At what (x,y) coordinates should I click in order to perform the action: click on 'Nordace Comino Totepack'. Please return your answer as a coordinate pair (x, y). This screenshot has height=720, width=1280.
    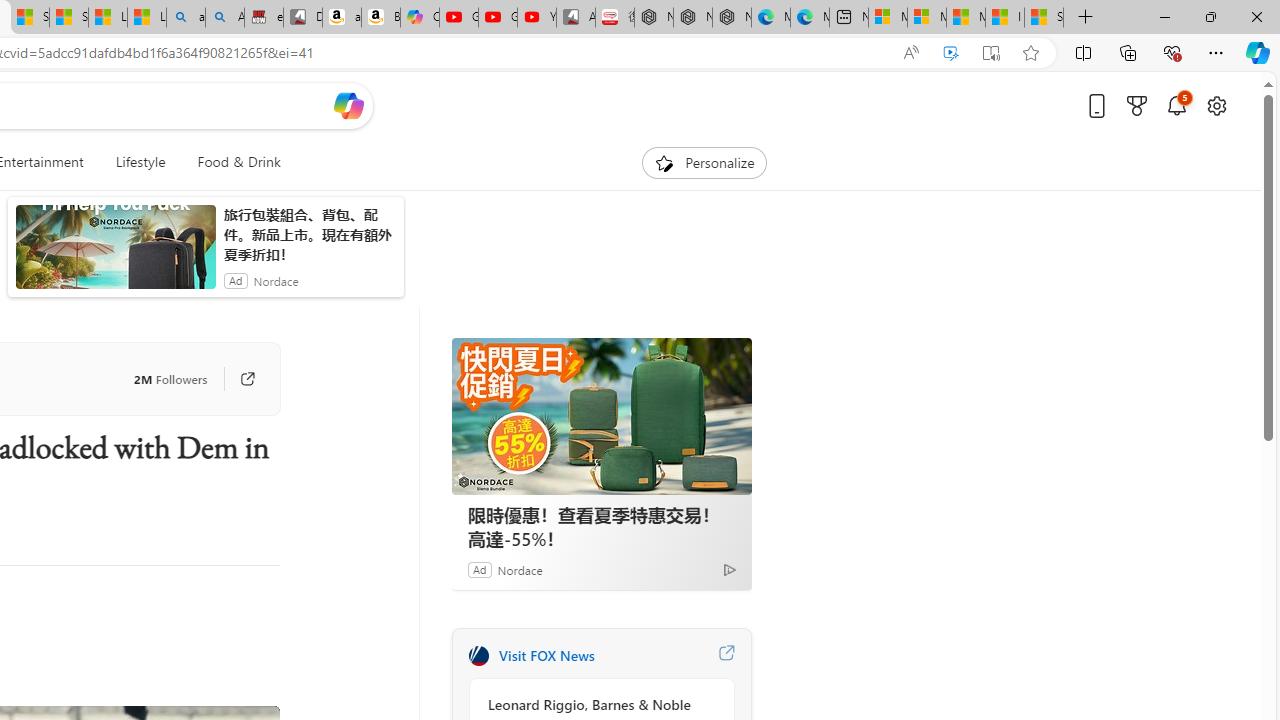
    Looking at the image, I should click on (654, 17).